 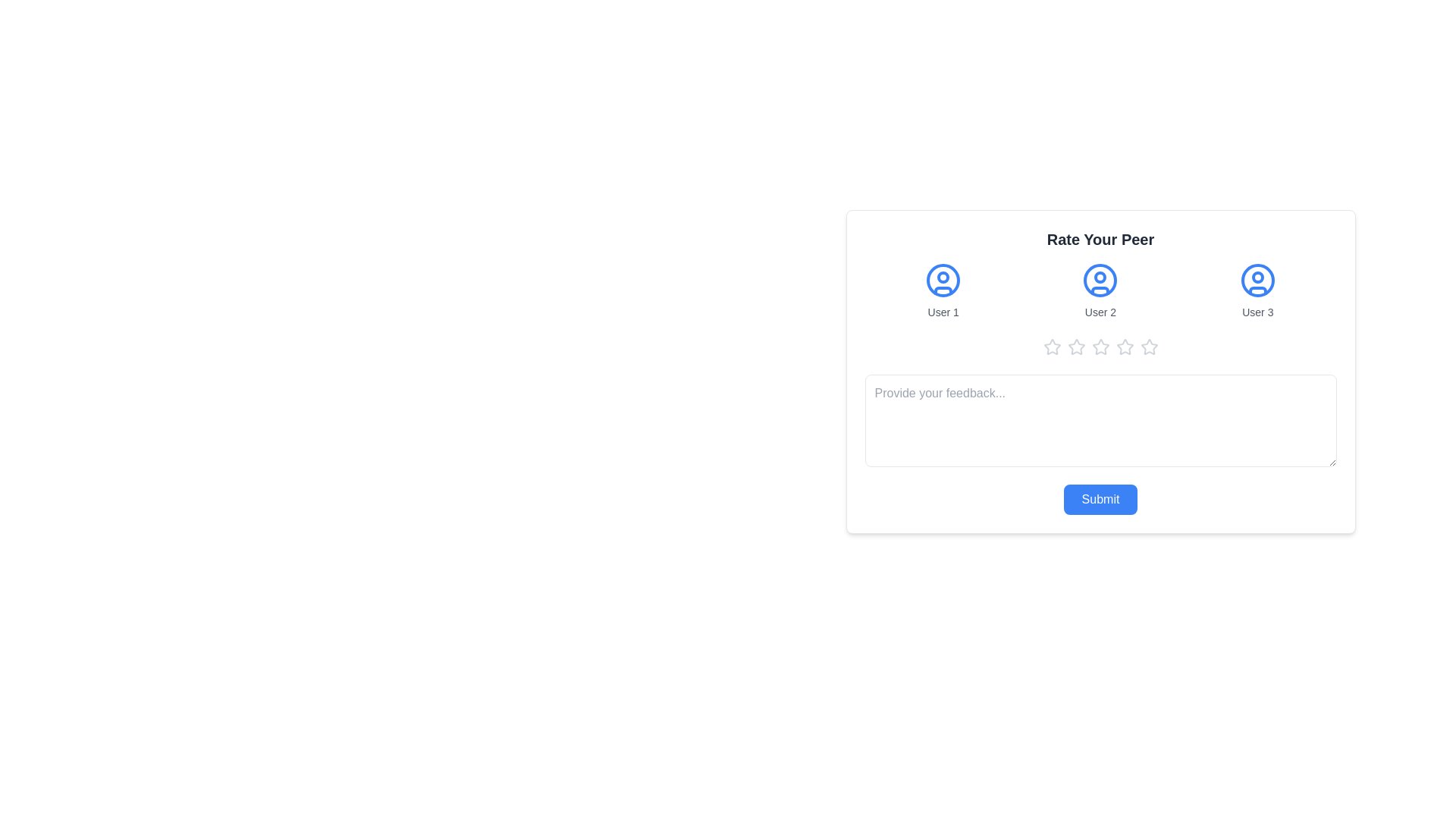 I want to click on the star corresponding to 4 to set the rating, so click(x=1125, y=347).